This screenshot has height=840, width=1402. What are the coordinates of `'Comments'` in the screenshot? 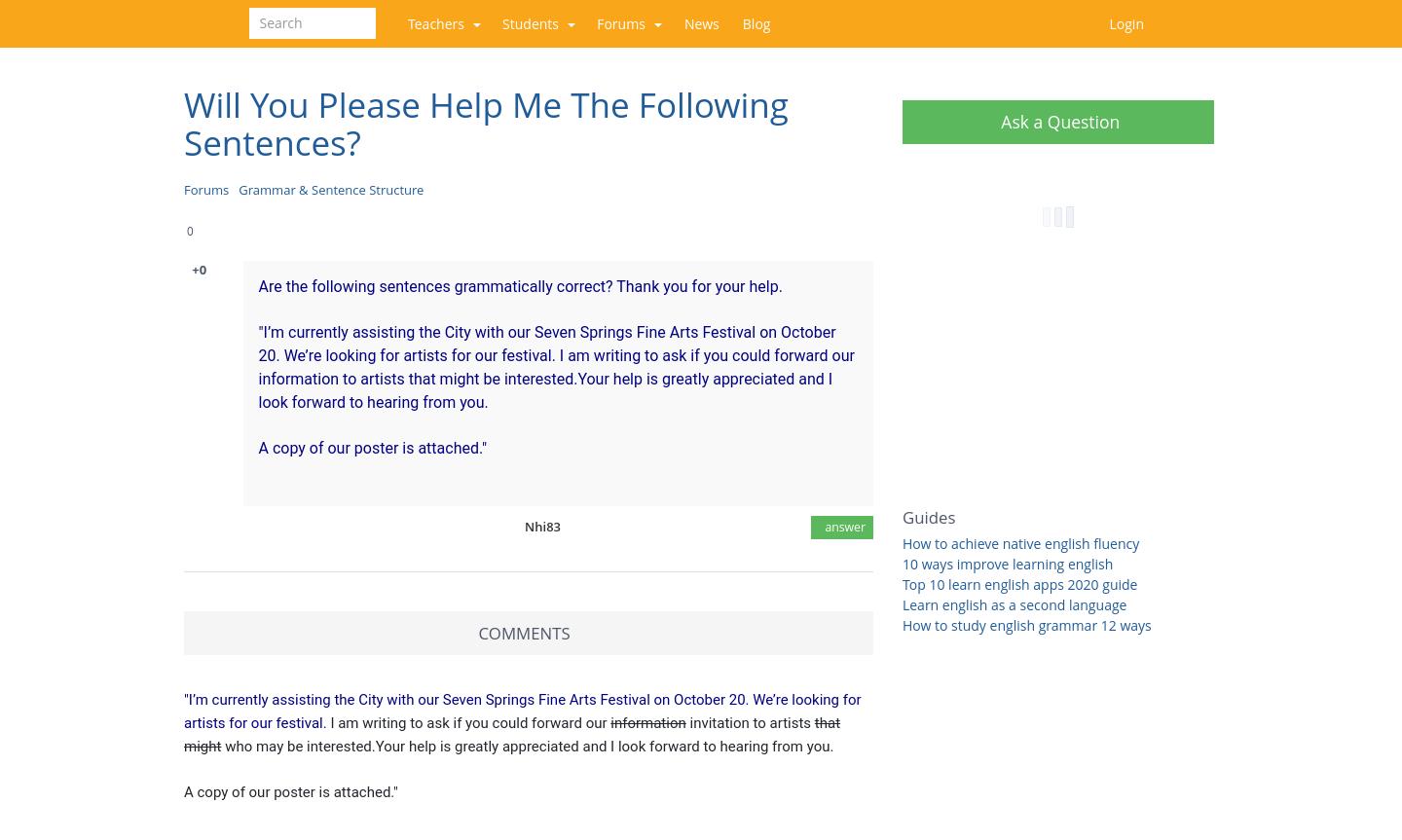 It's located at (477, 631).